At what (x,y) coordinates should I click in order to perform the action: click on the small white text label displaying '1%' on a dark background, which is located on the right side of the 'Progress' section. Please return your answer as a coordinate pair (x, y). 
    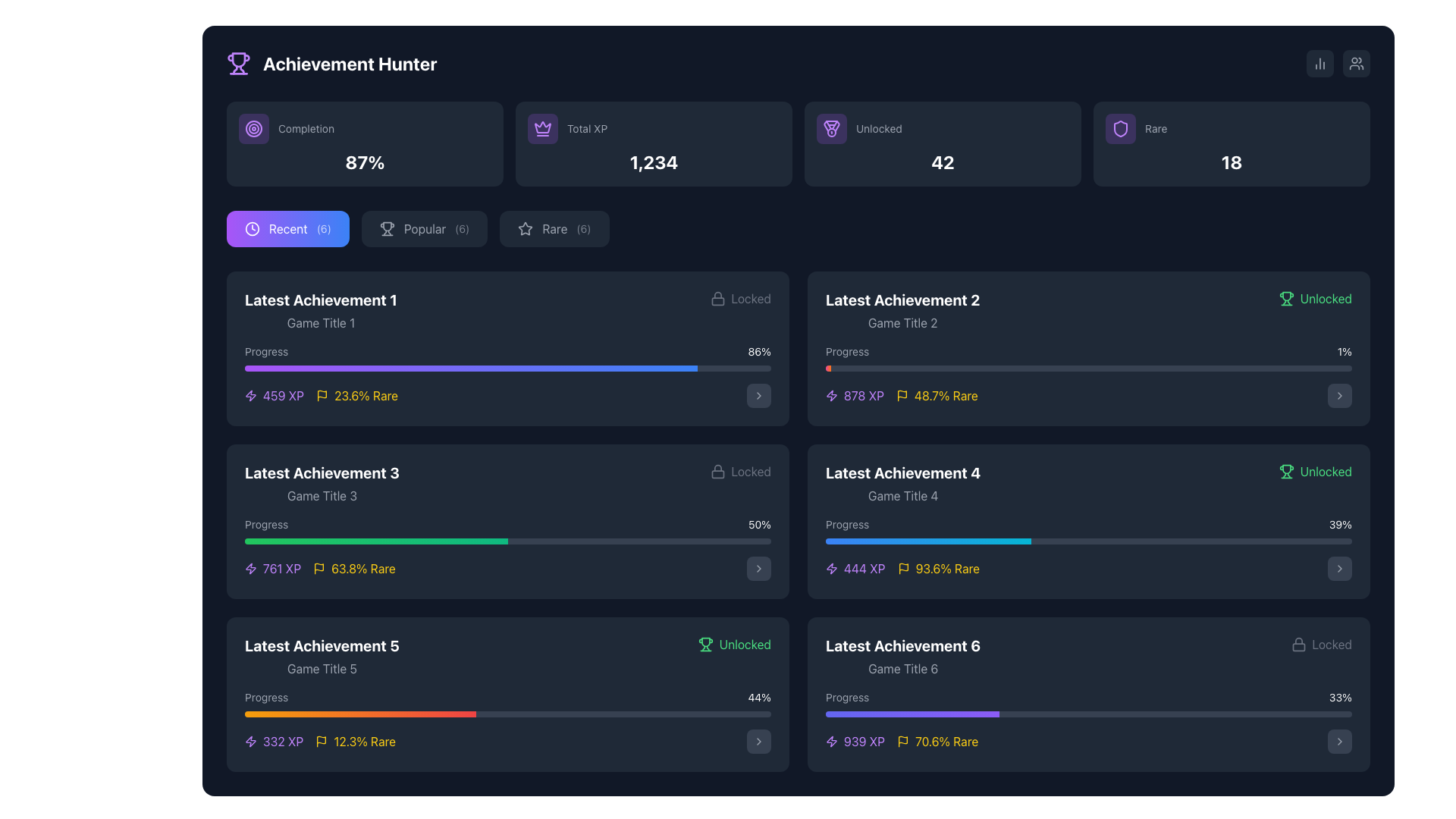
    Looking at the image, I should click on (1345, 351).